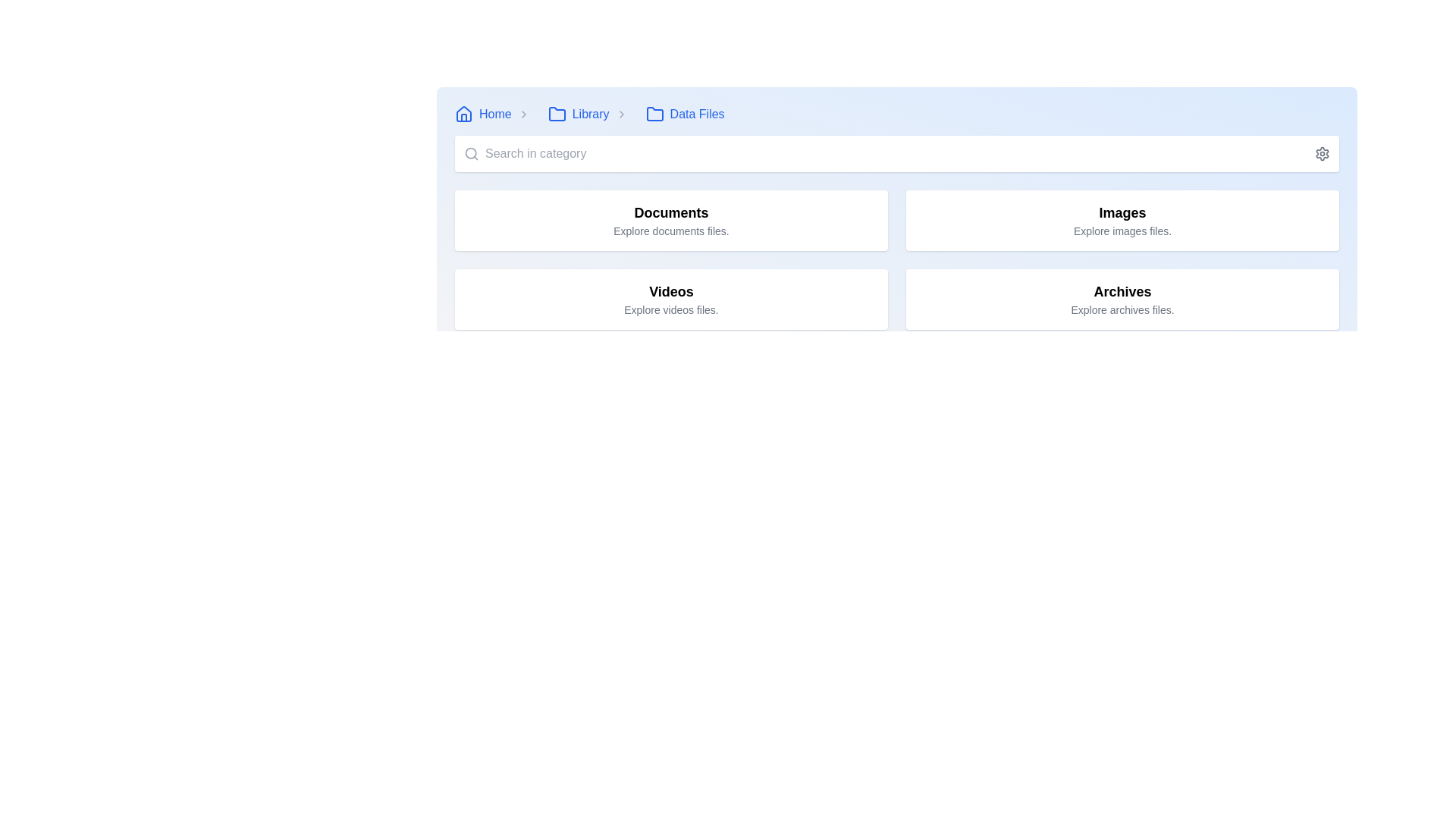 This screenshot has width=1456, height=819. Describe the element at coordinates (470, 153) in the screenshot. I see `the circular portion of the SVG-based search icon located inside the navigation bar, which indicates the functionality of the search feature` at that location.